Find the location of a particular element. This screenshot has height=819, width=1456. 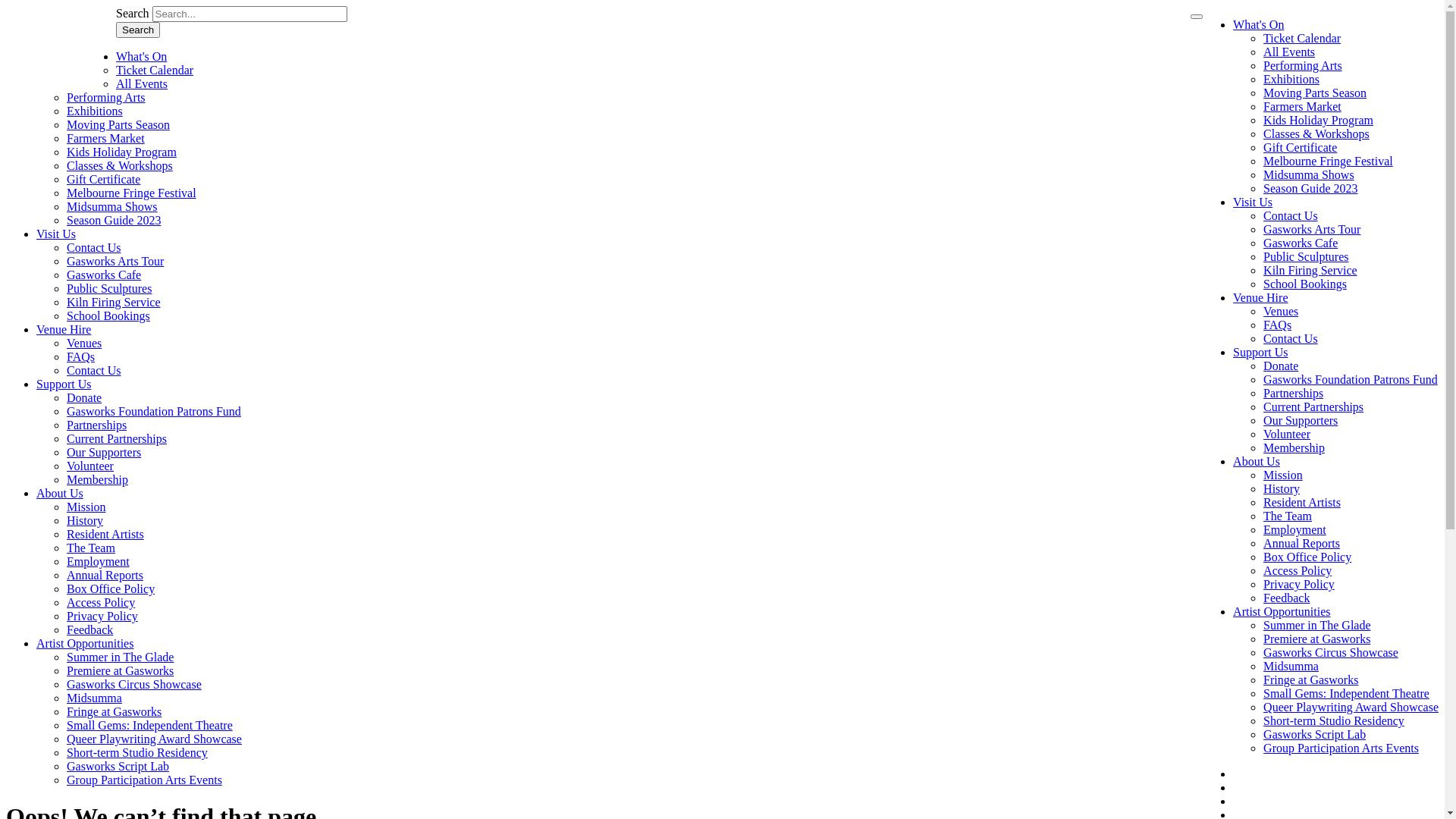

'Exhibitions' is located at coordinates (93, 110).